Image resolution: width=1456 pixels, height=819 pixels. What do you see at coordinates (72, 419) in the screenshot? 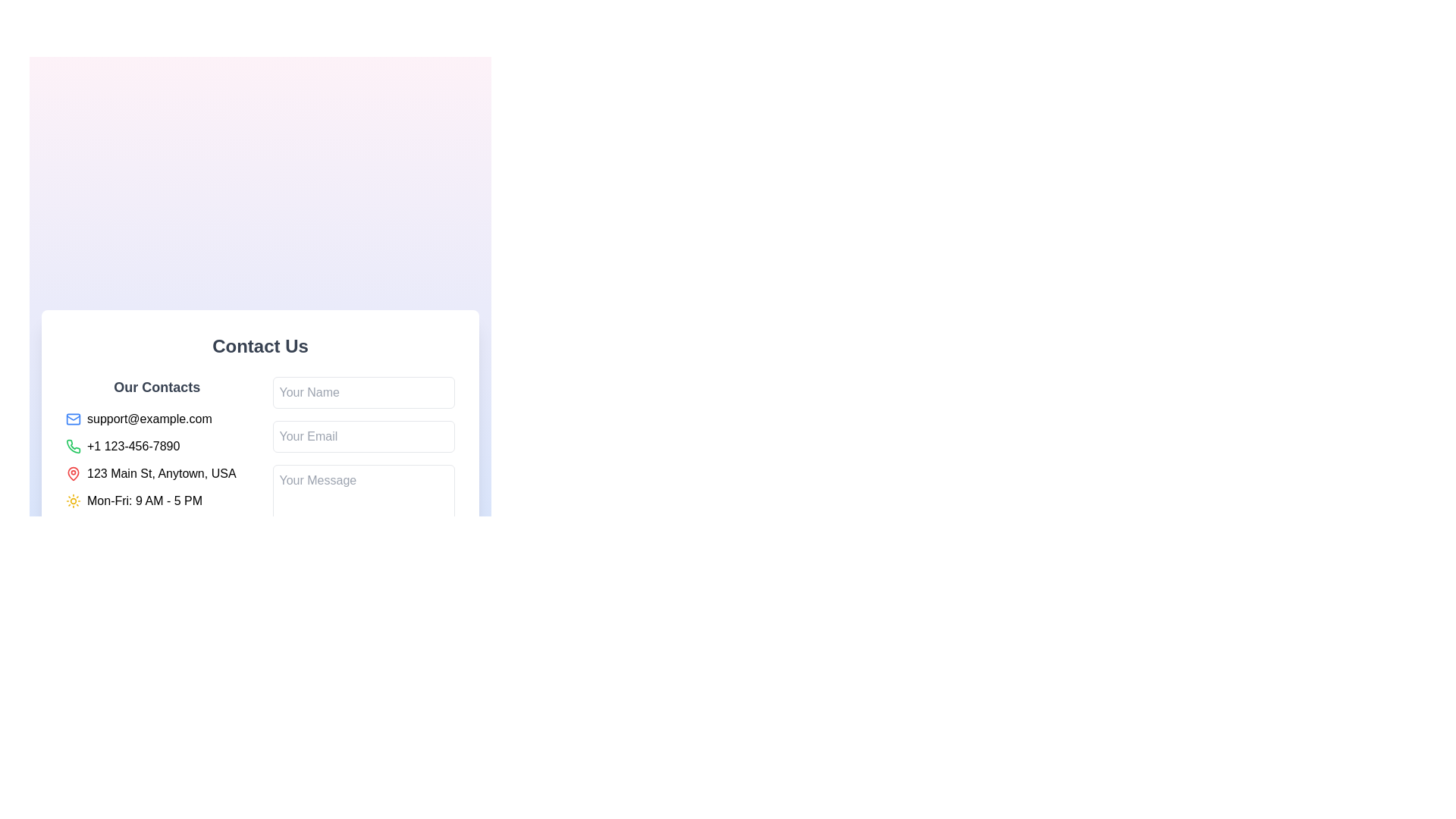
I see `the email graphic icon located in the 'Our Contacts' section, which is the first icon preceding the text 'support@example.com'` at bounding box center [72, 419].